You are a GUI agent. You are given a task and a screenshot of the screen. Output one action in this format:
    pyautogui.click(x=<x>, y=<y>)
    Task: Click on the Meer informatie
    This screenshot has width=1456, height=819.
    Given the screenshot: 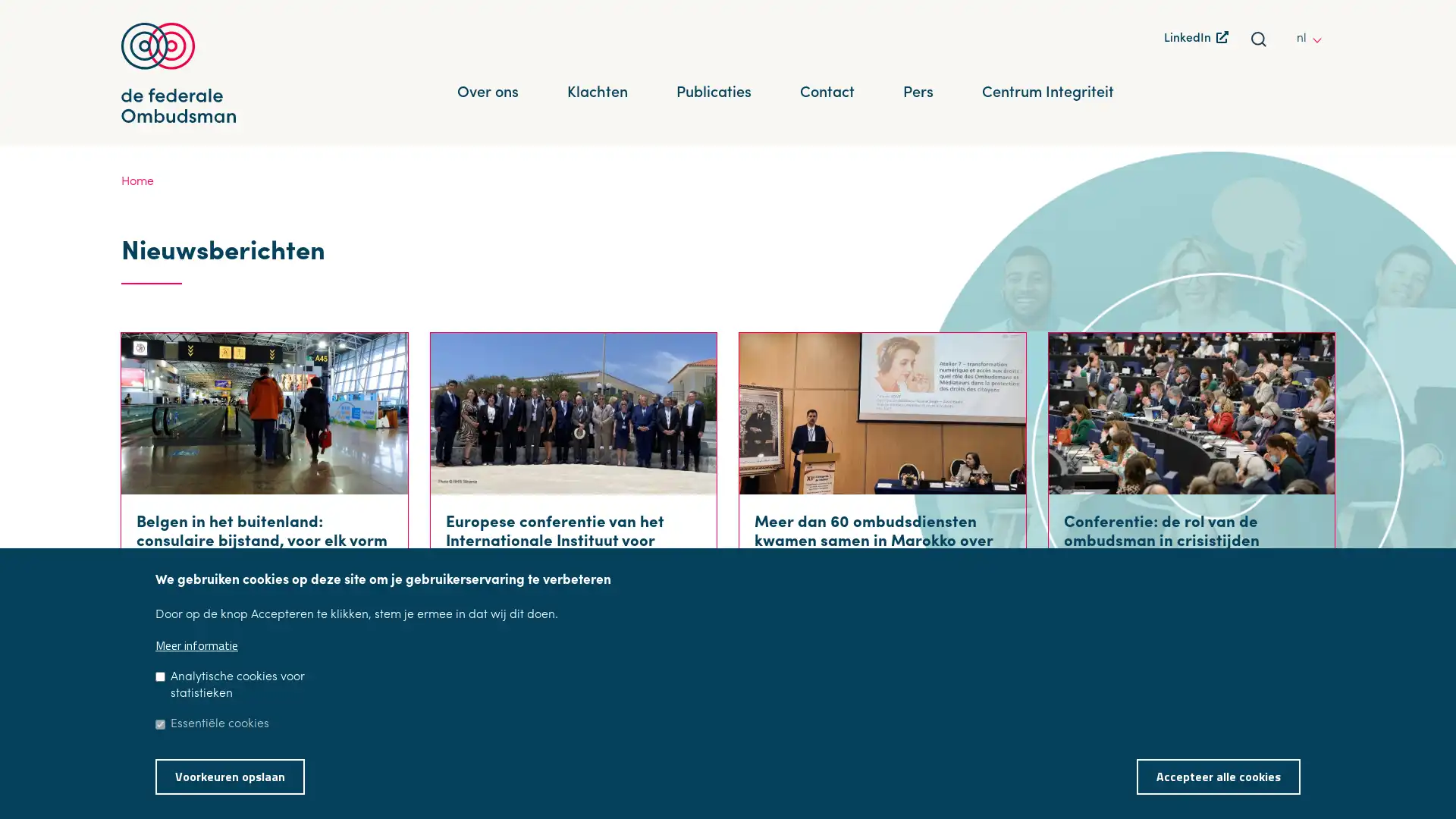 What is the action you would take?
    pyautogui.click(x=196, y=645)
    